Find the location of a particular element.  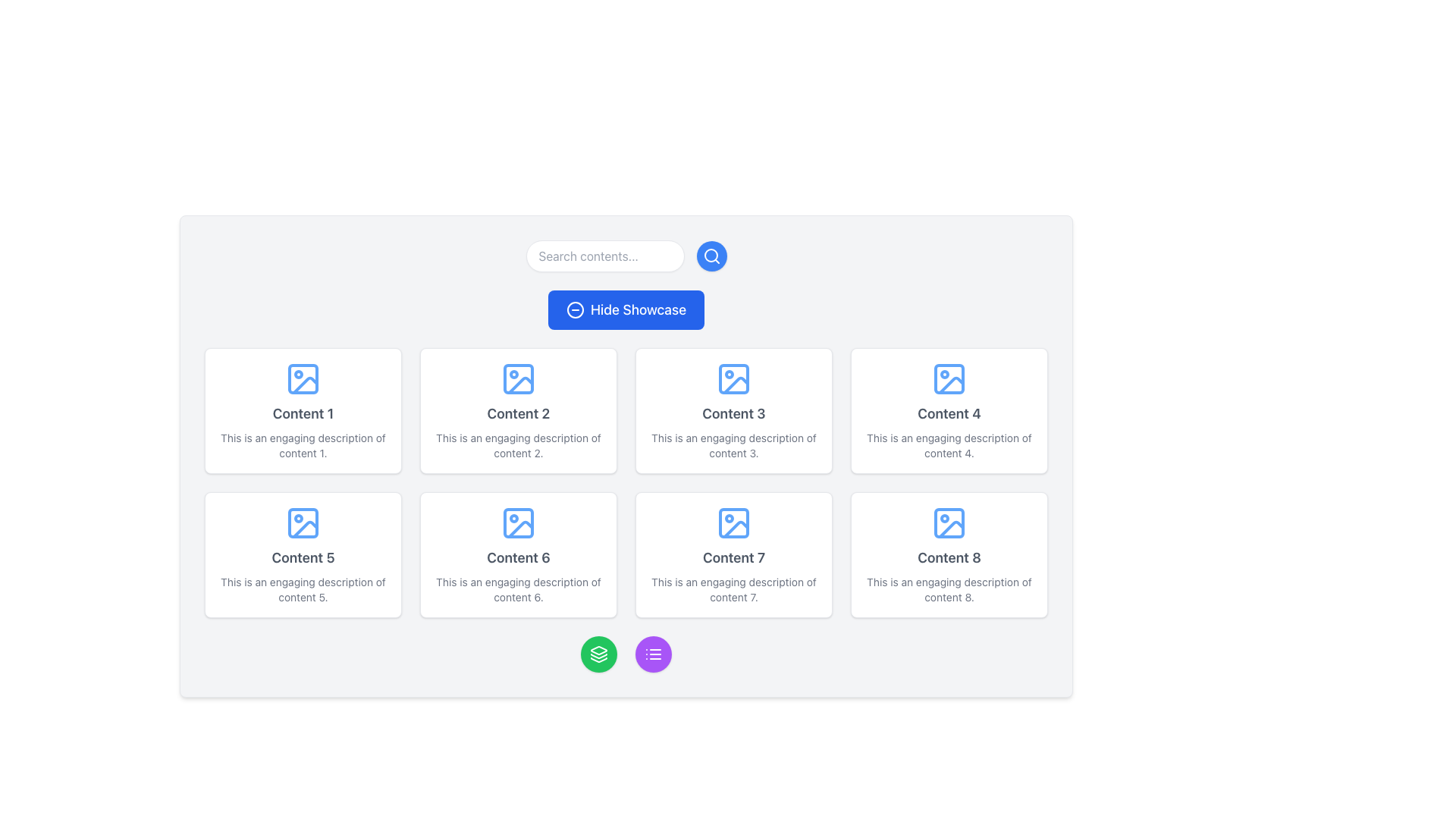

the decorative rounded rectangle element in the SVG graphic associated with 'Content 2' is located at coordinates (519, 378).